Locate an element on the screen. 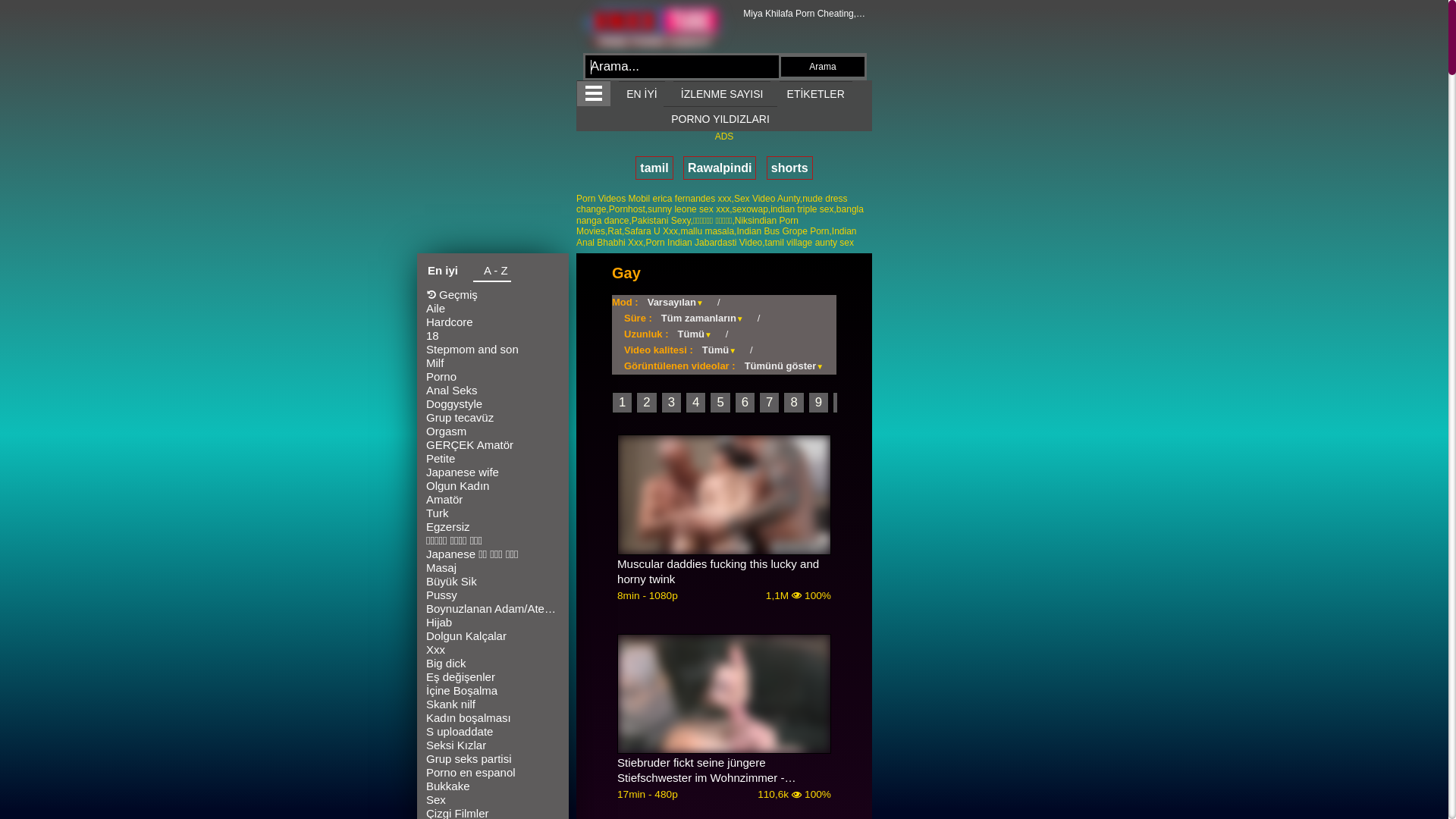 The width and height of the screenshot is (1456, 819). '7' is located at coordinates (769, 402).